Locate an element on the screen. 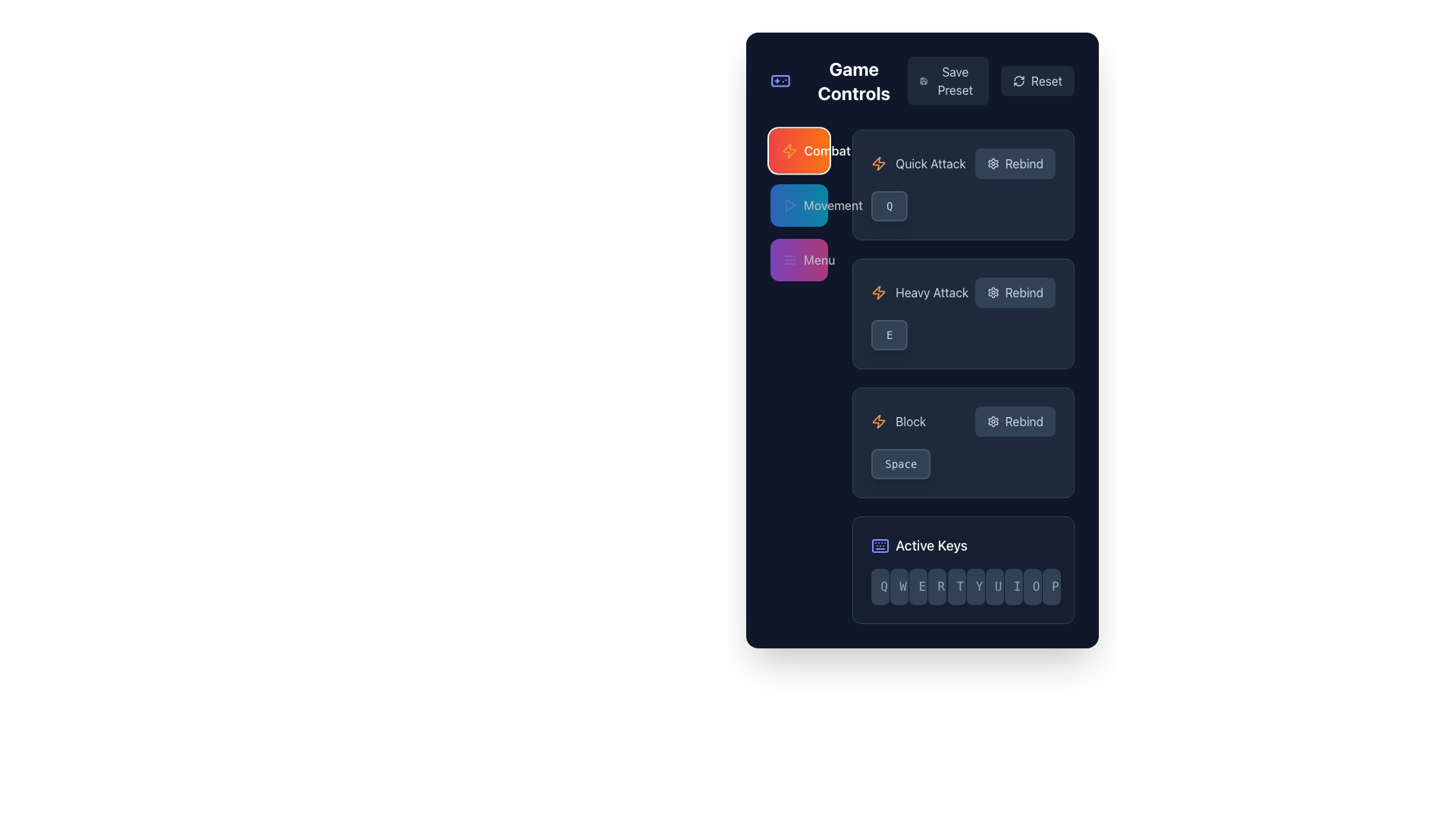 This screenshot has height=819, width=1456. the 'Movement' button, which is a rectangular button with rounded corners, featuring a gradient background from blue to cyan, centered text 'Movement' in white, and a play icon on the left is located at coordinates (799, 205).